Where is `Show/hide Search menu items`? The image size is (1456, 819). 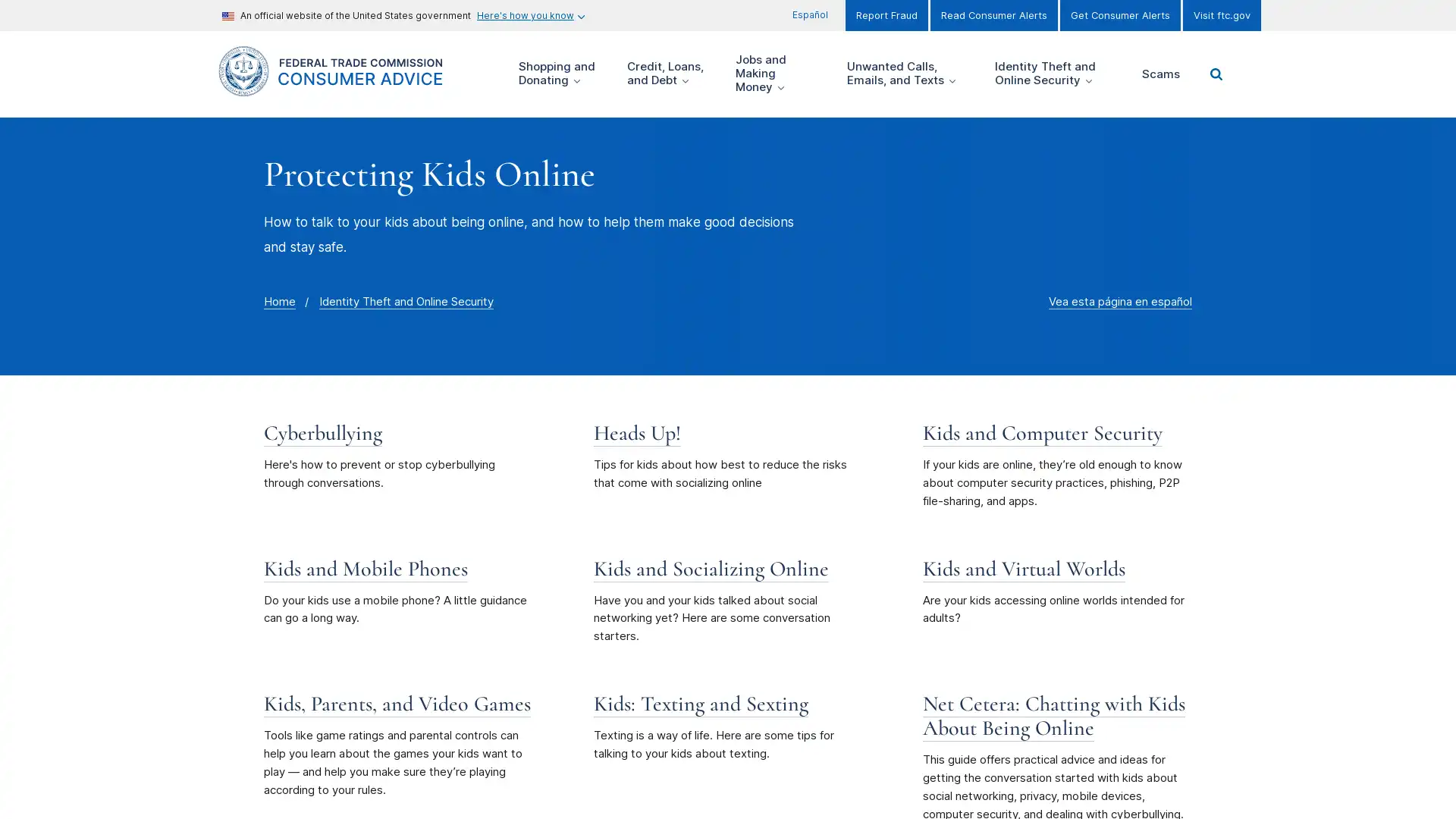
Show/hide Search menu items is located at coordinates (1216, 73).